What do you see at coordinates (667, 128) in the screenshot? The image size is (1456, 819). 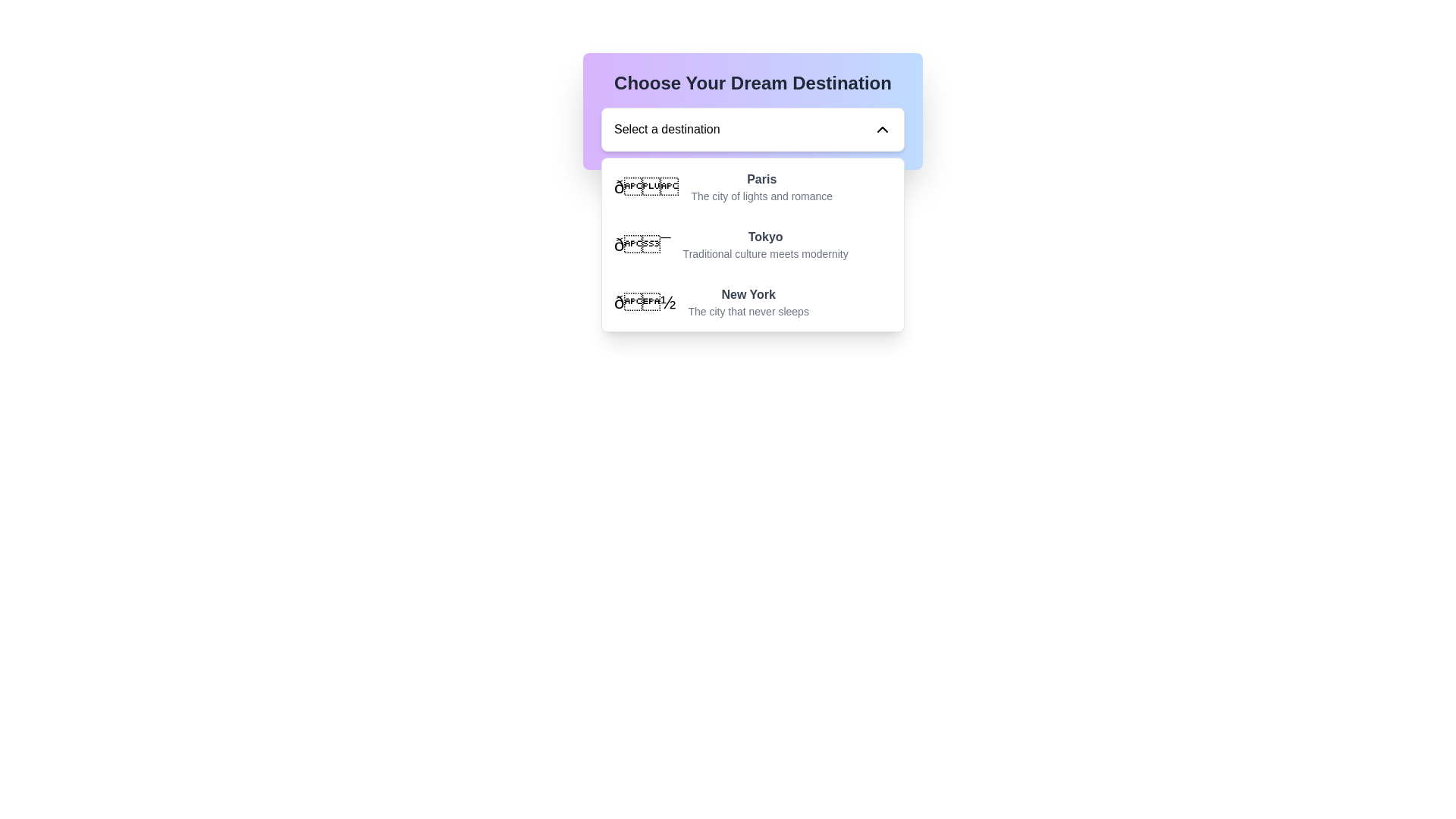 I see `text label displaying 'Select a destination' located within a white rounded rectangle, positioned under the heading 'Choose Your Dream Destination'` at bounding box center [667, 128].